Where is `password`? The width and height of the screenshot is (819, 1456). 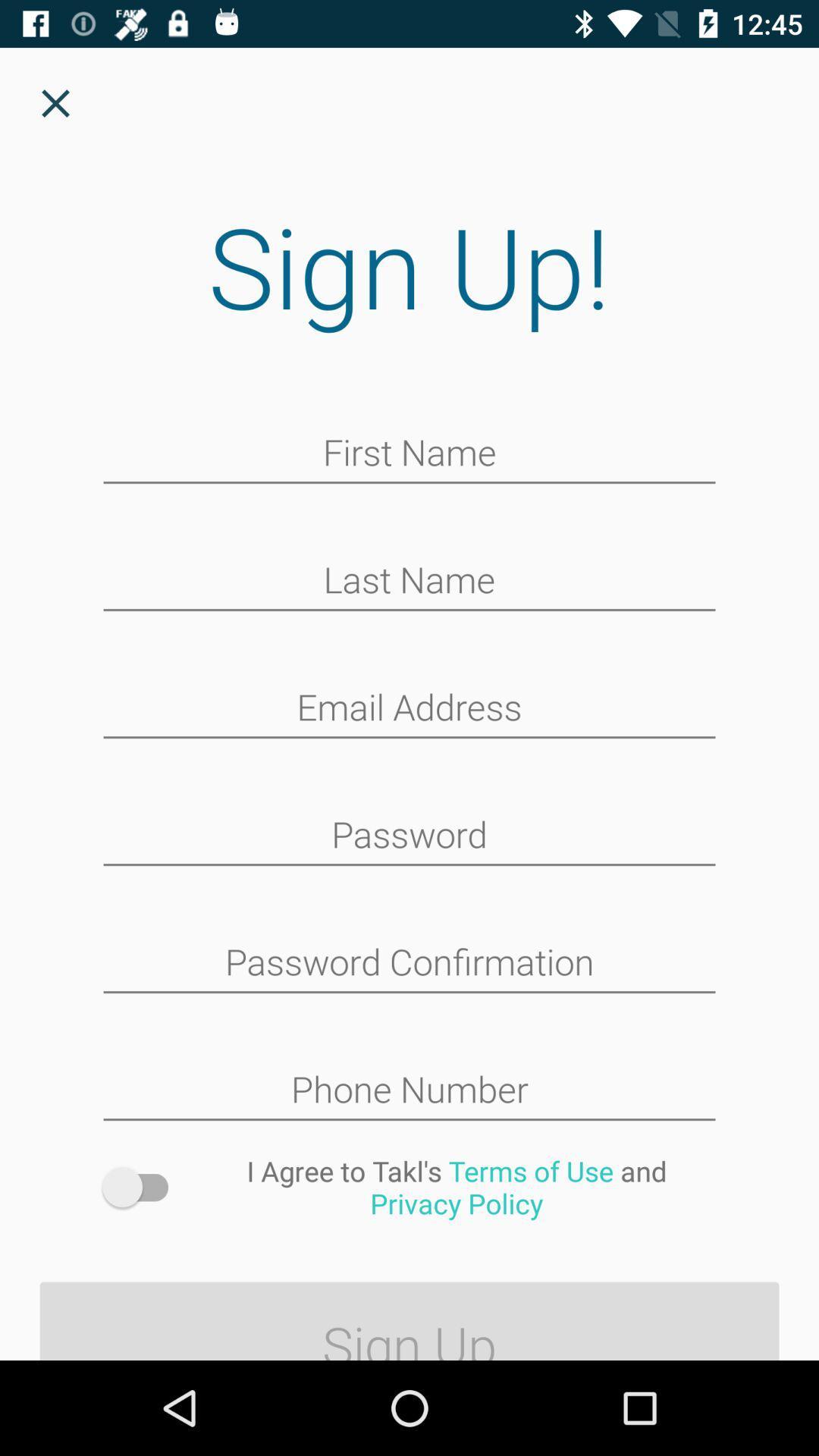 password is located at coordinates (409, 836).